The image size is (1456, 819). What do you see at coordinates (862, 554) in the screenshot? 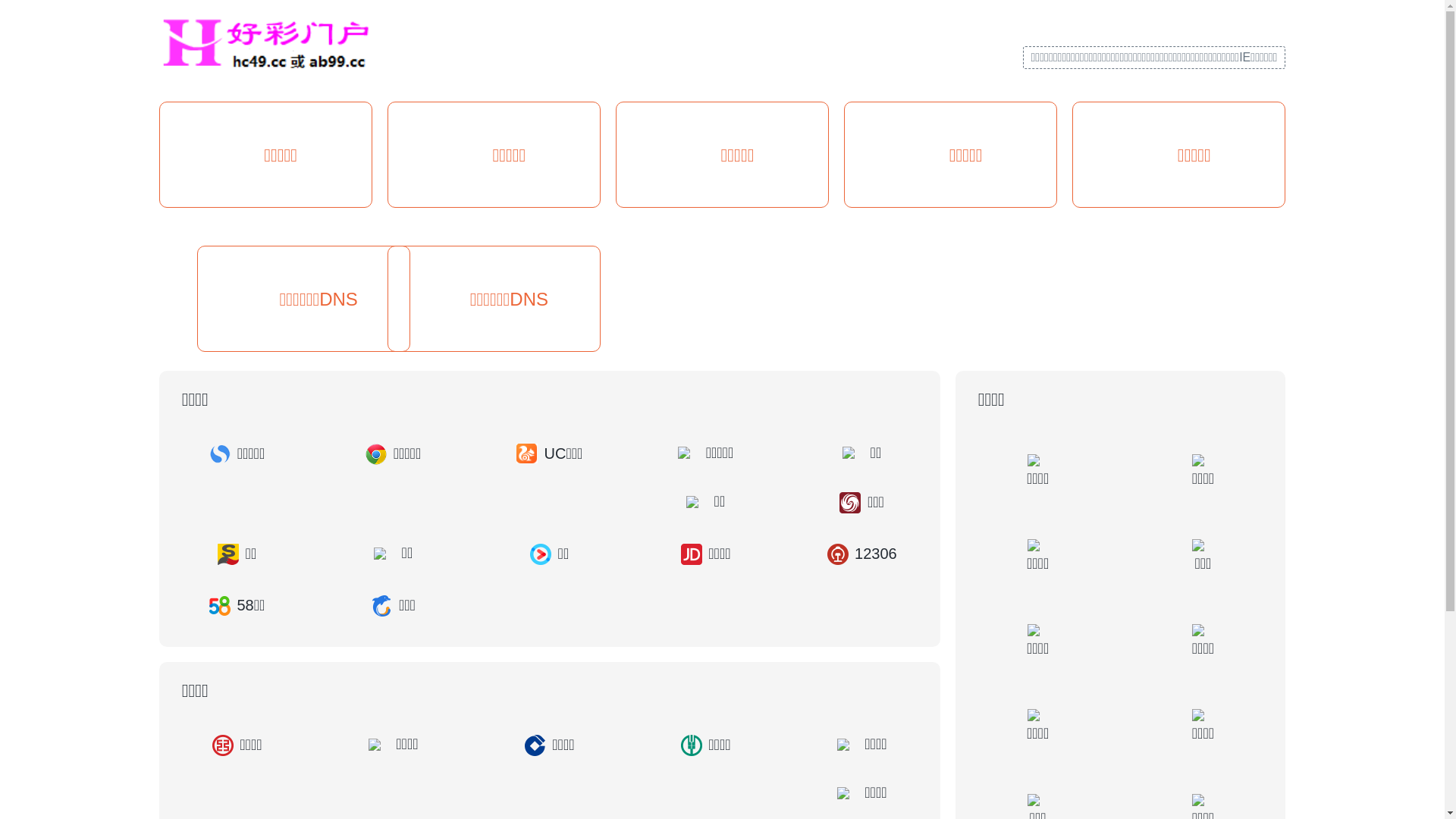
I see `'12306'` at bounding box center [862, 554].